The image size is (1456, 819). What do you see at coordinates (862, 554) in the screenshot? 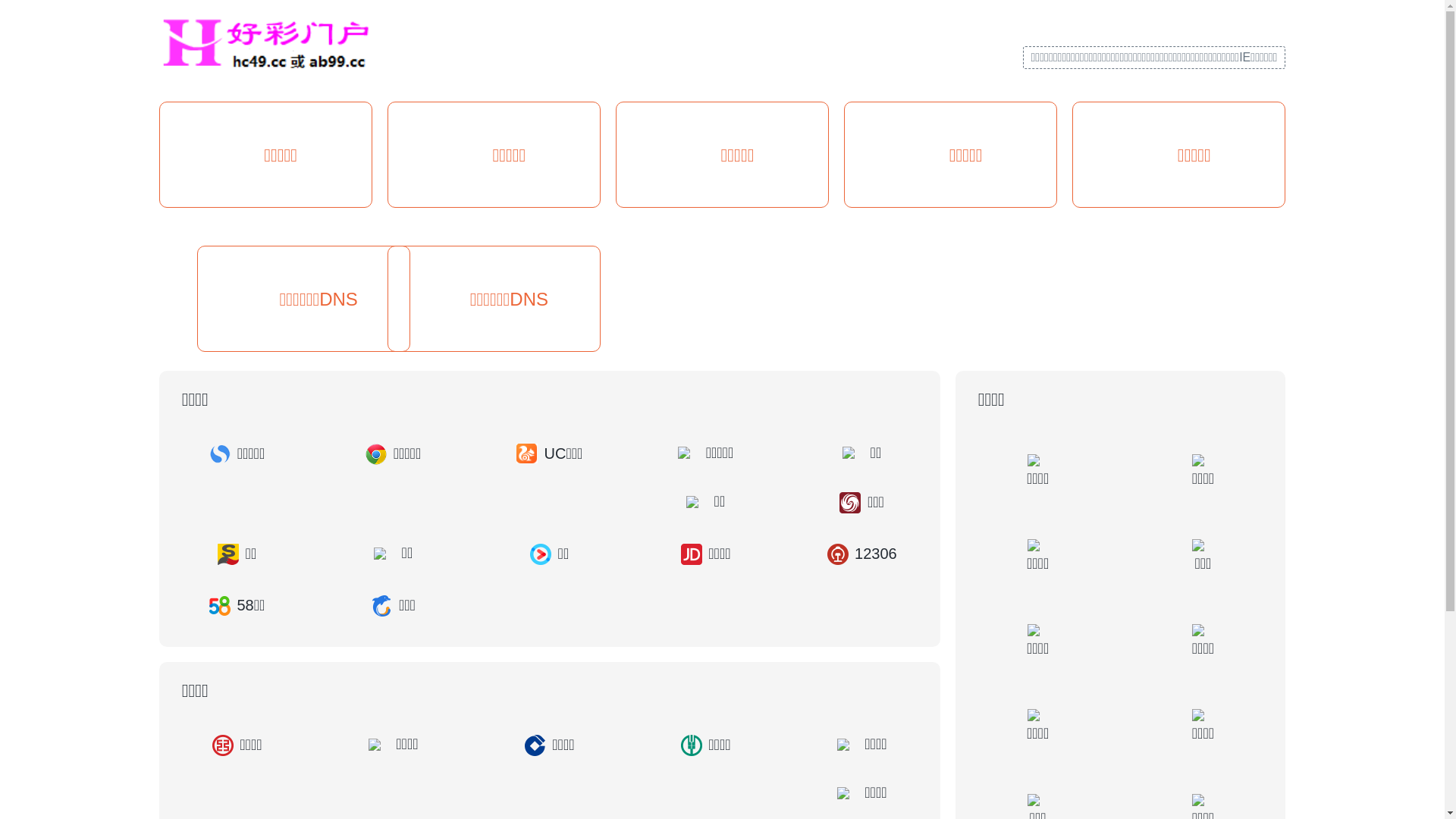
I see `'12306'` at bounding box center [862, 554].